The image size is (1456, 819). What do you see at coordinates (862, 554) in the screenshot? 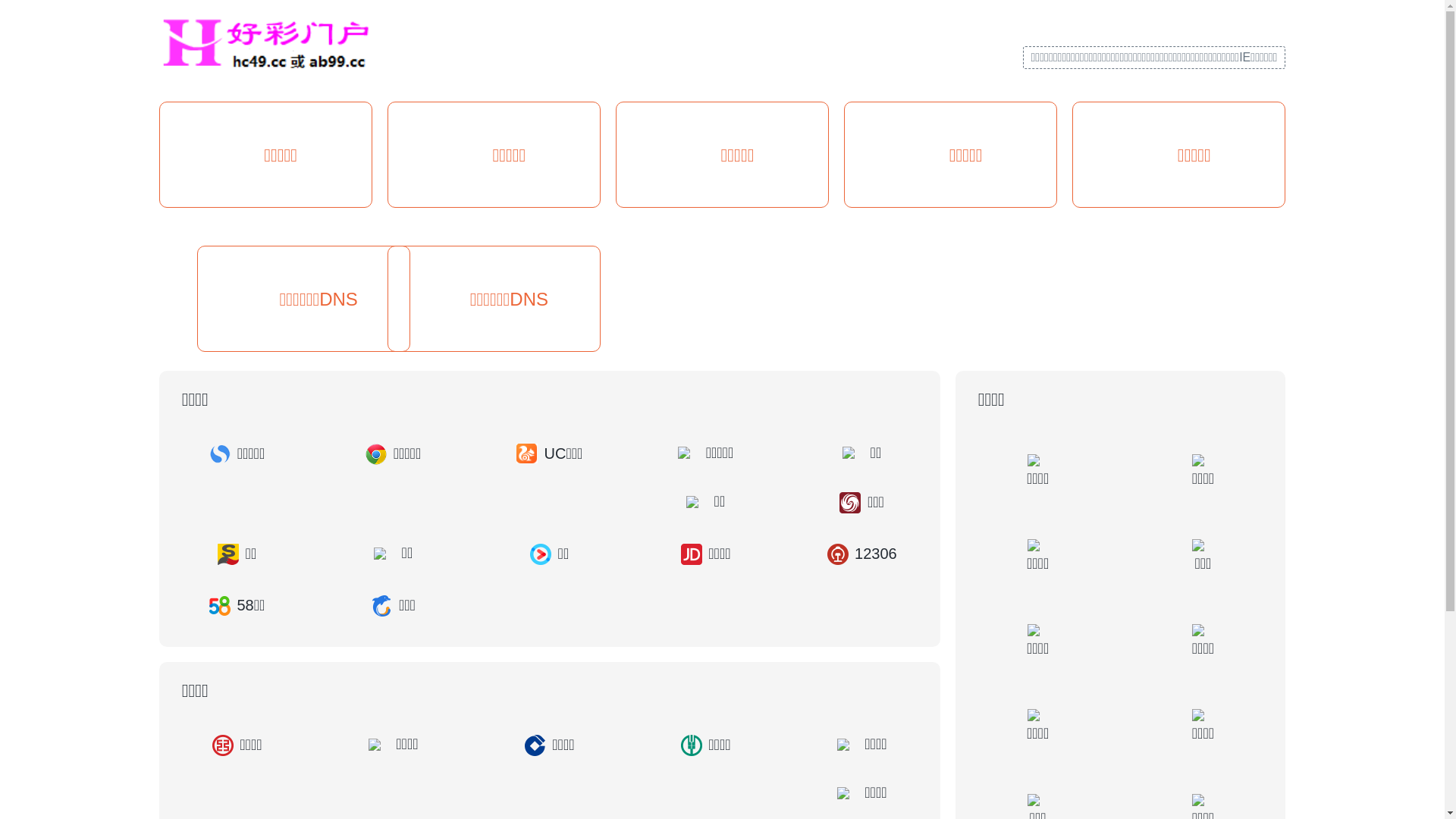
I see `'12306'` at bounding box center [862, 554].